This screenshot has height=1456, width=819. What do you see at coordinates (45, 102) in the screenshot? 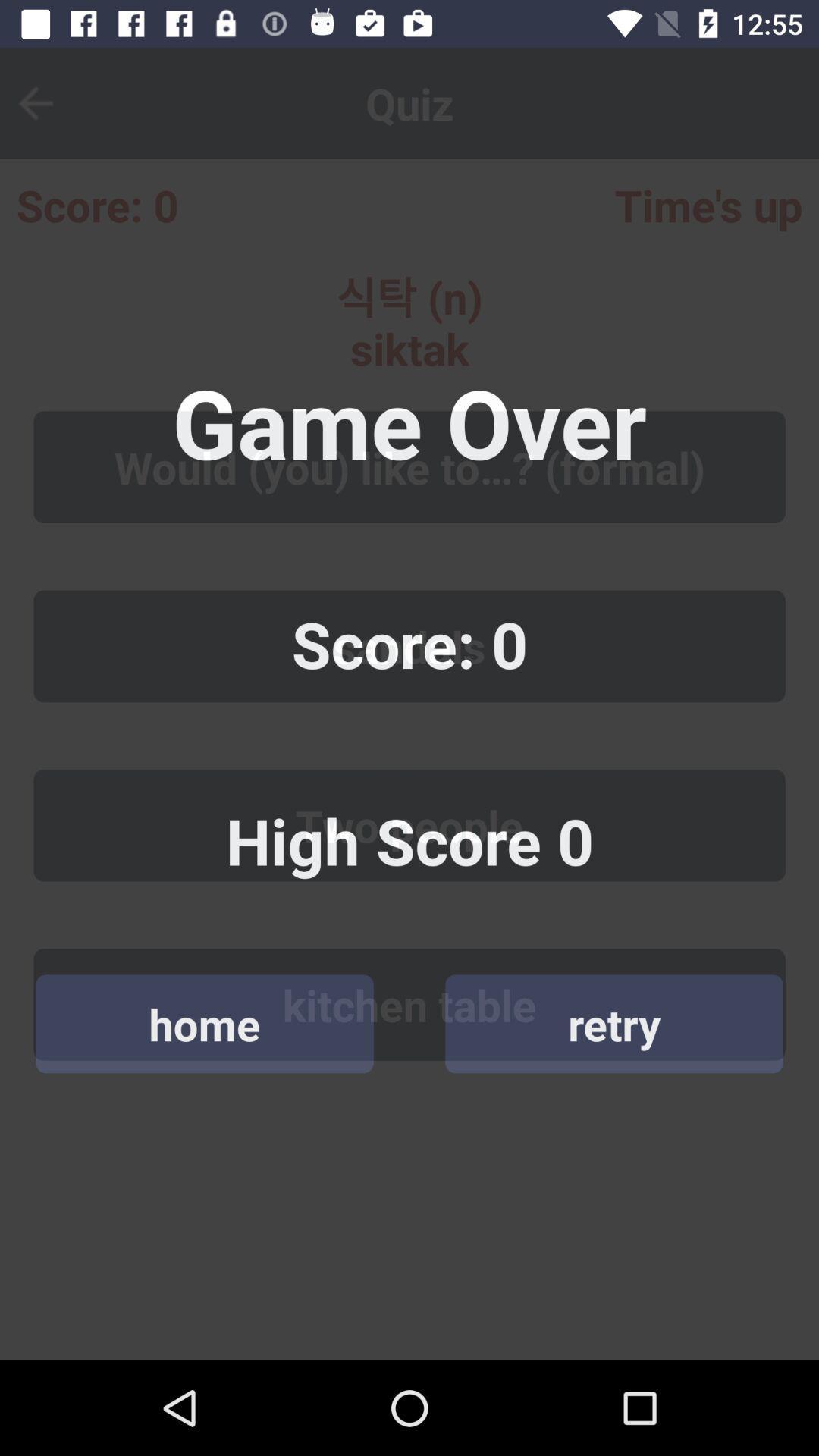
I see `the arrow_backward icon` at bounding box center [45, 102].